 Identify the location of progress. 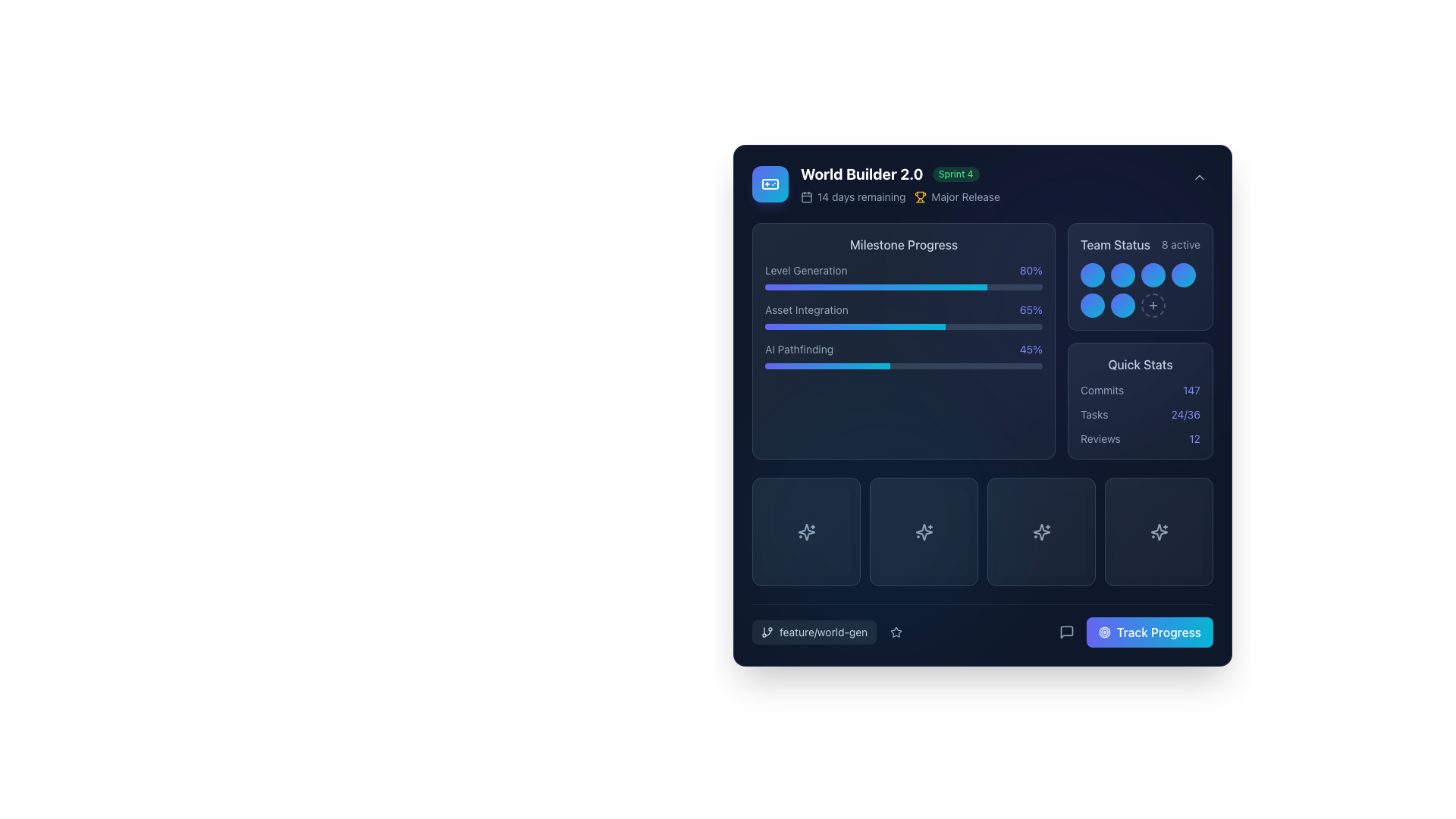
(826, 287).